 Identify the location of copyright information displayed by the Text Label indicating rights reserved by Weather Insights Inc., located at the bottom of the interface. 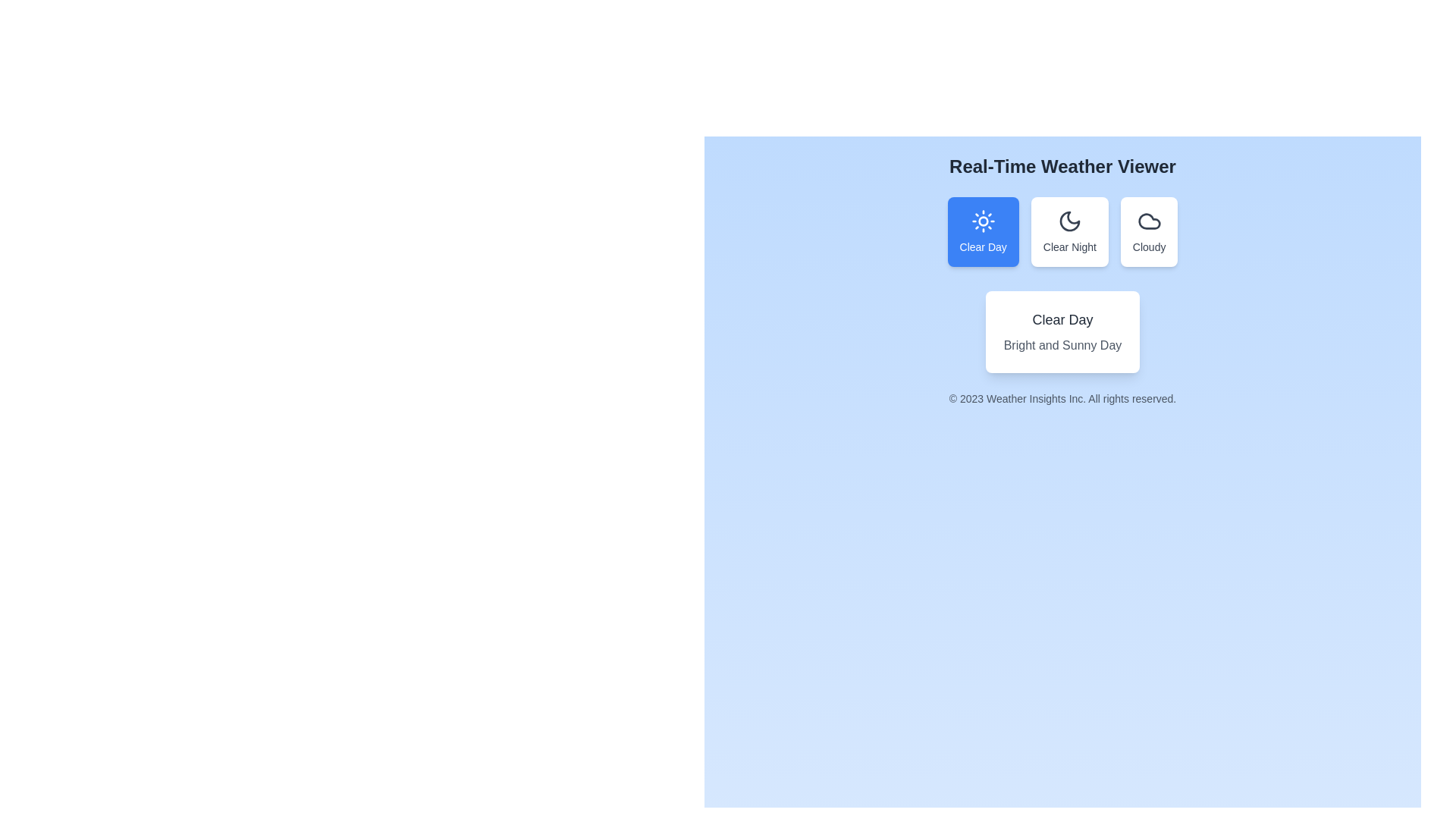
(1062, 397).